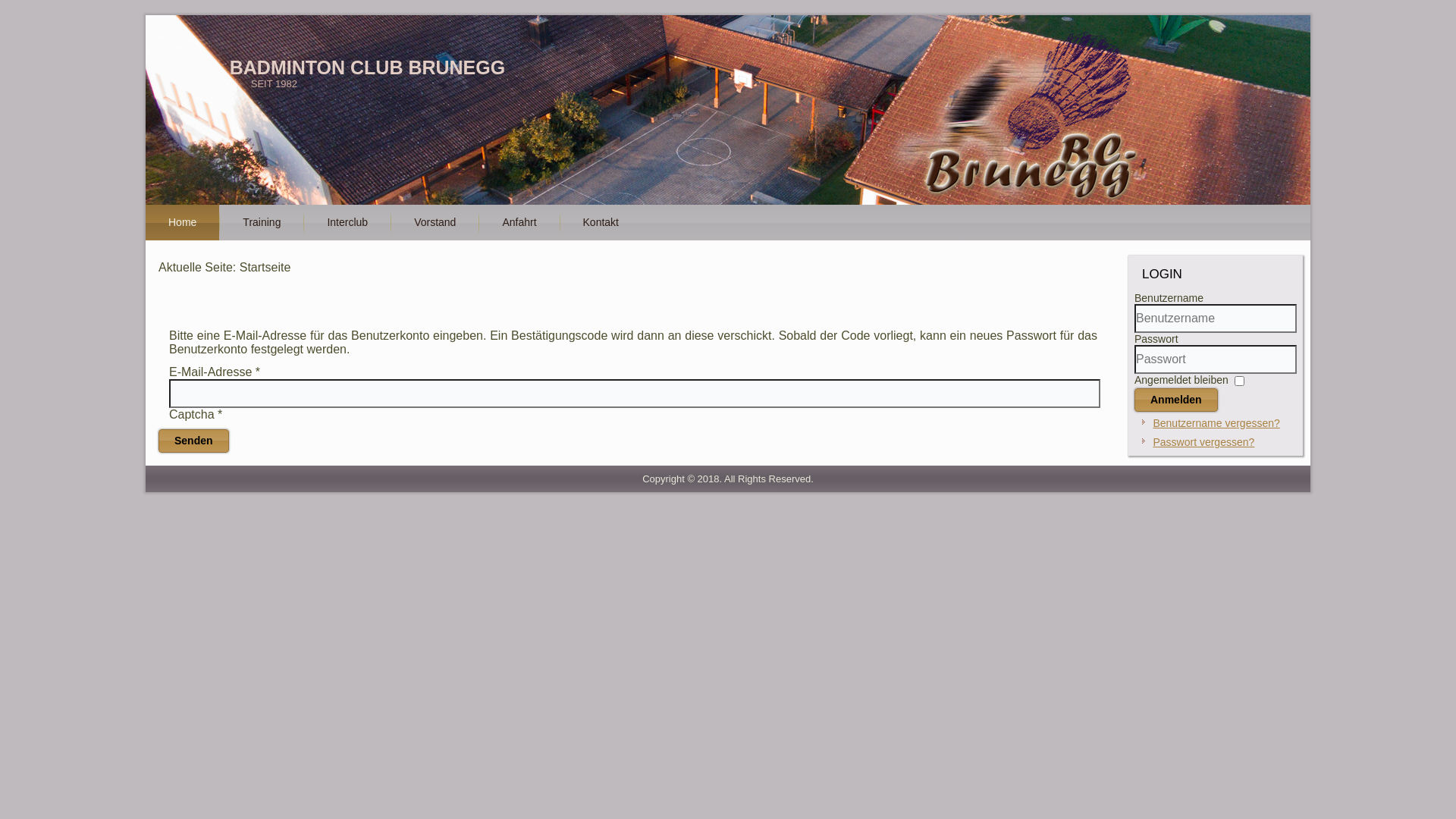  What do you see at coordinates (367, 66) in the screenshot?
I see `'BADMINTON CLUB BRUNEGG'` at bounding box center [367, 66].